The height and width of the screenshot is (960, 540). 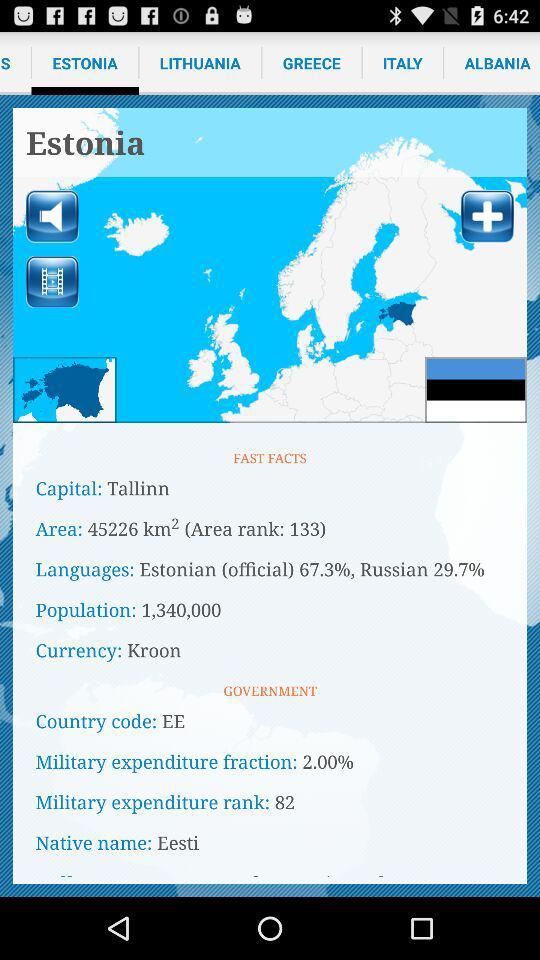 What do you see at coordinates (486, 216) in the screenshot?
I see `information` at bounding box center [486, 216].